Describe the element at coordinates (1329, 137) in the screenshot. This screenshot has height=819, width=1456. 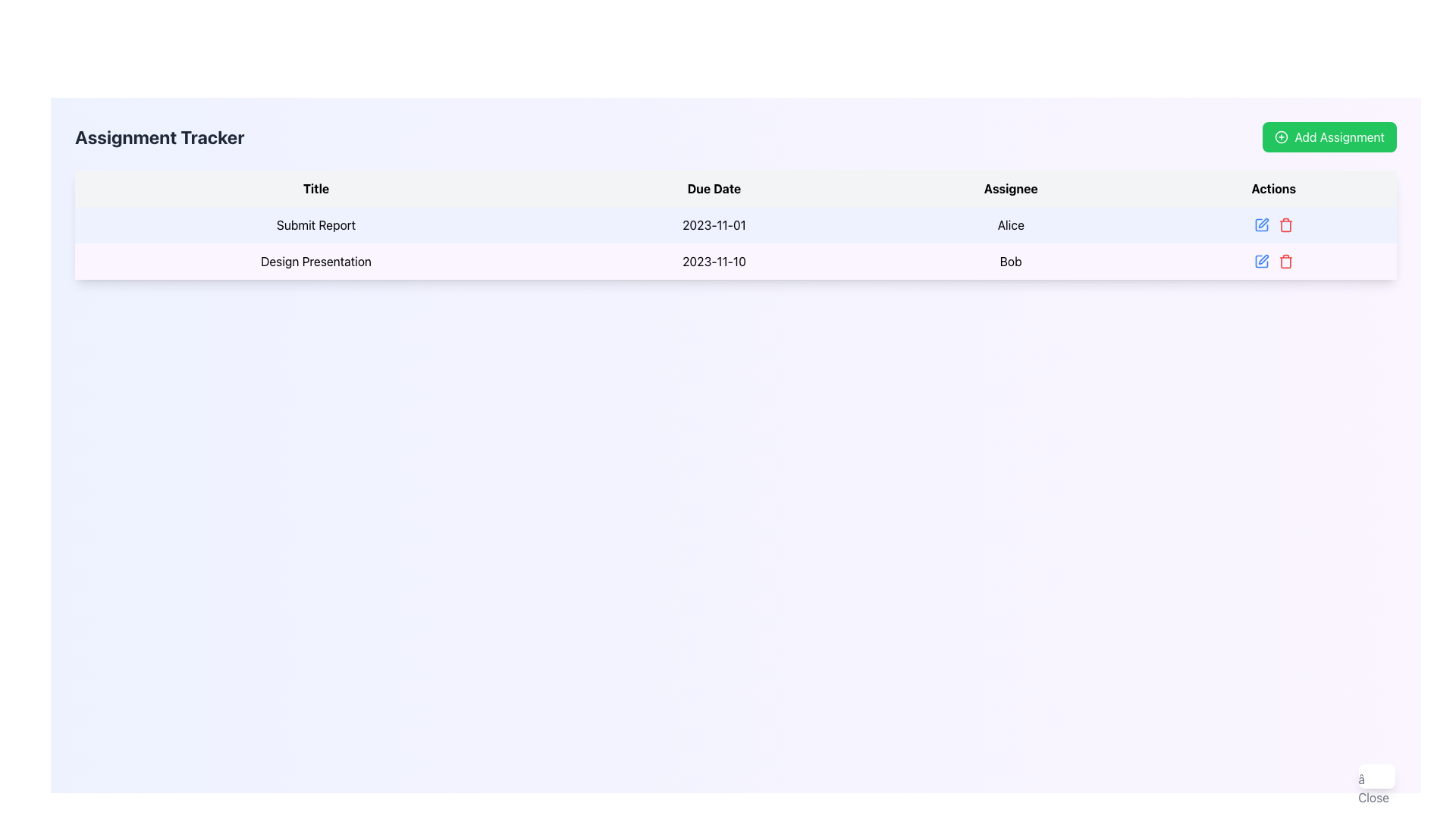
I see `the green 'Add Assignment' button located at the top-right corner of the 'Assignment Tracker' header` at that location.